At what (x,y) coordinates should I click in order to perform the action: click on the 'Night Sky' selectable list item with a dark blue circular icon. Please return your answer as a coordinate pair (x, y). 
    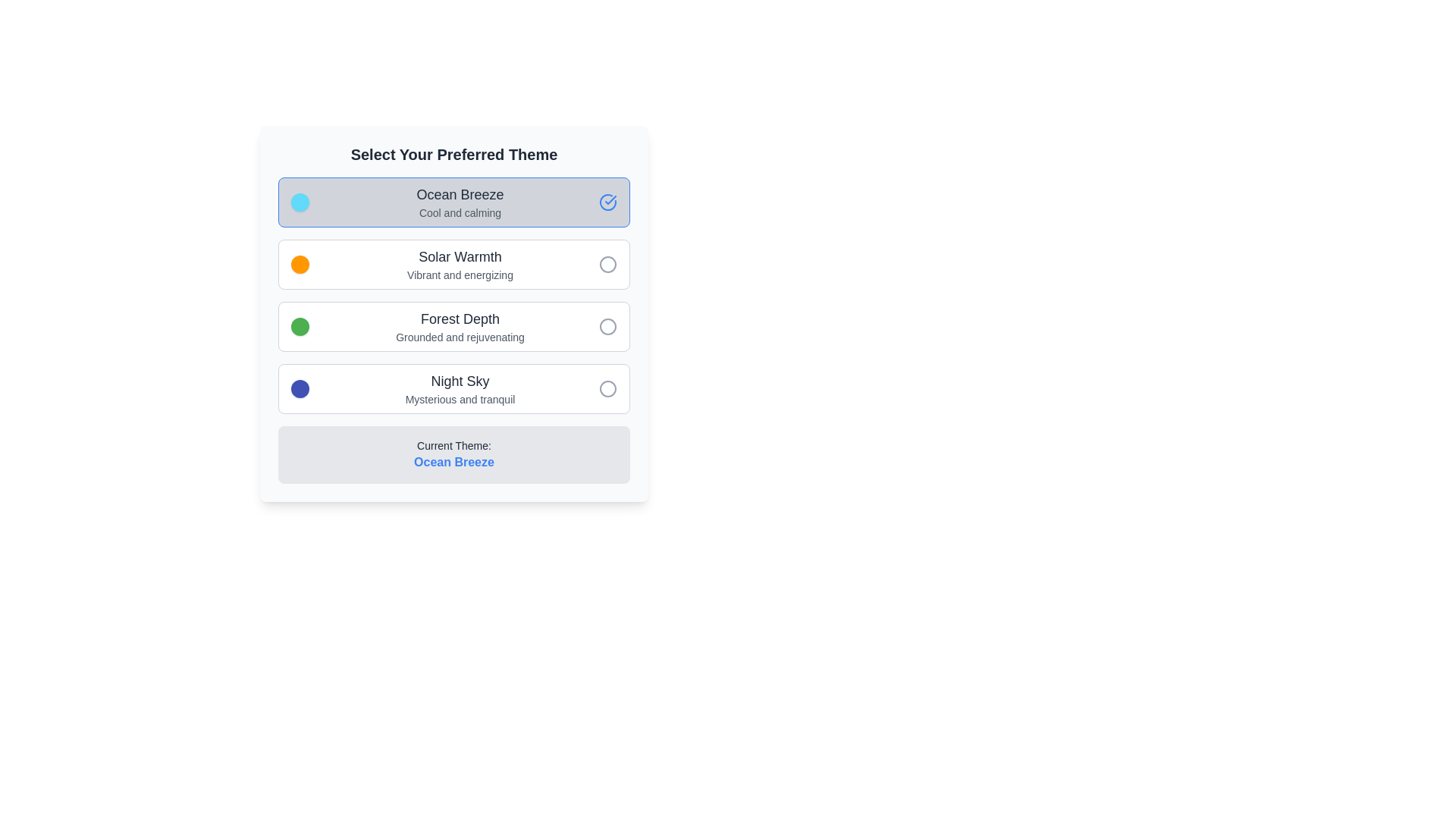
    Looking at the image, I should click on (453, 388).